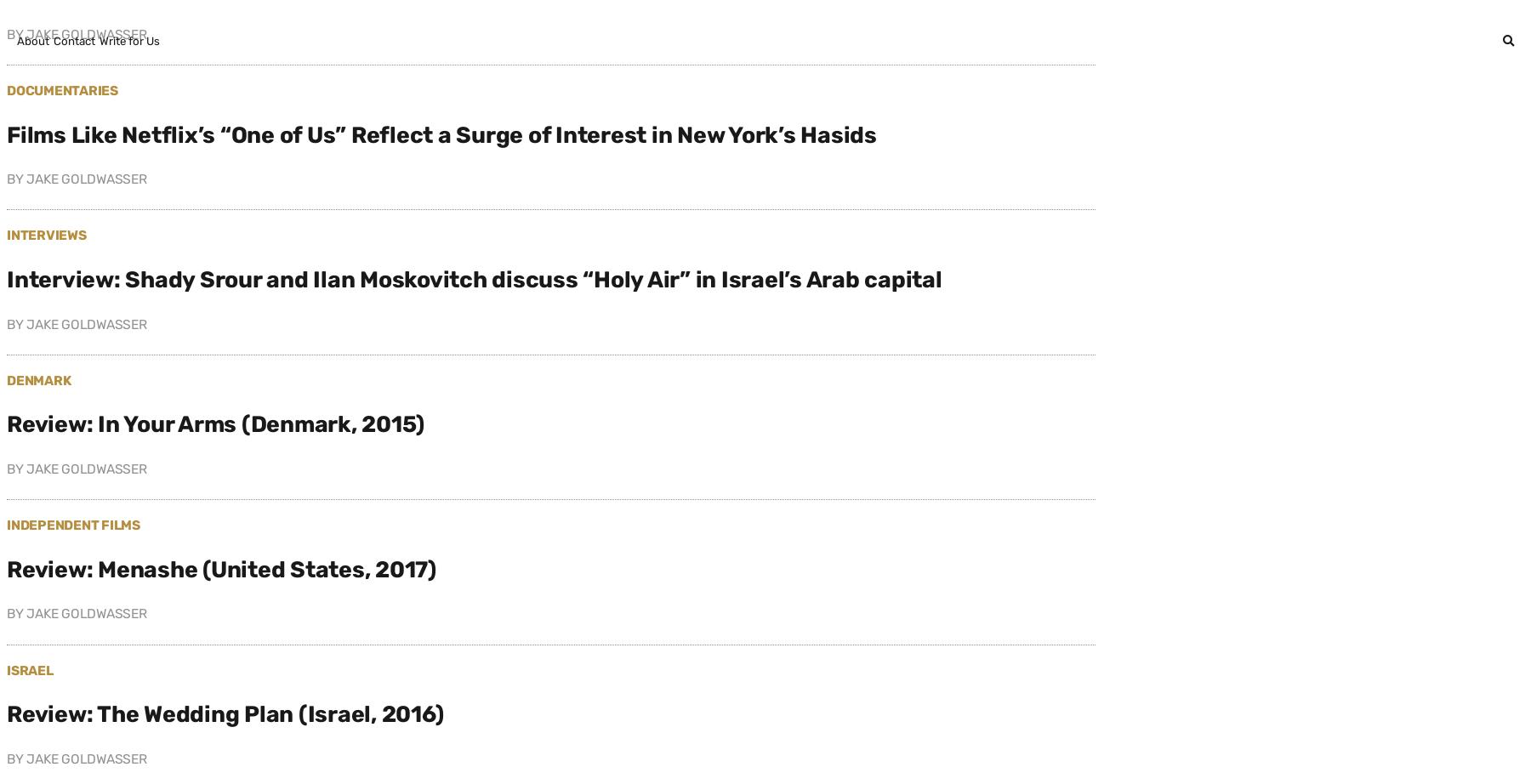  What do you see at coordinates (473, 278) in the screenshot?
I see `'Interview: Shady Srour and Ilan Moskovitch discuss “Holy Air” in Israel’s Arab capital'` at bounding box center [473, 278].